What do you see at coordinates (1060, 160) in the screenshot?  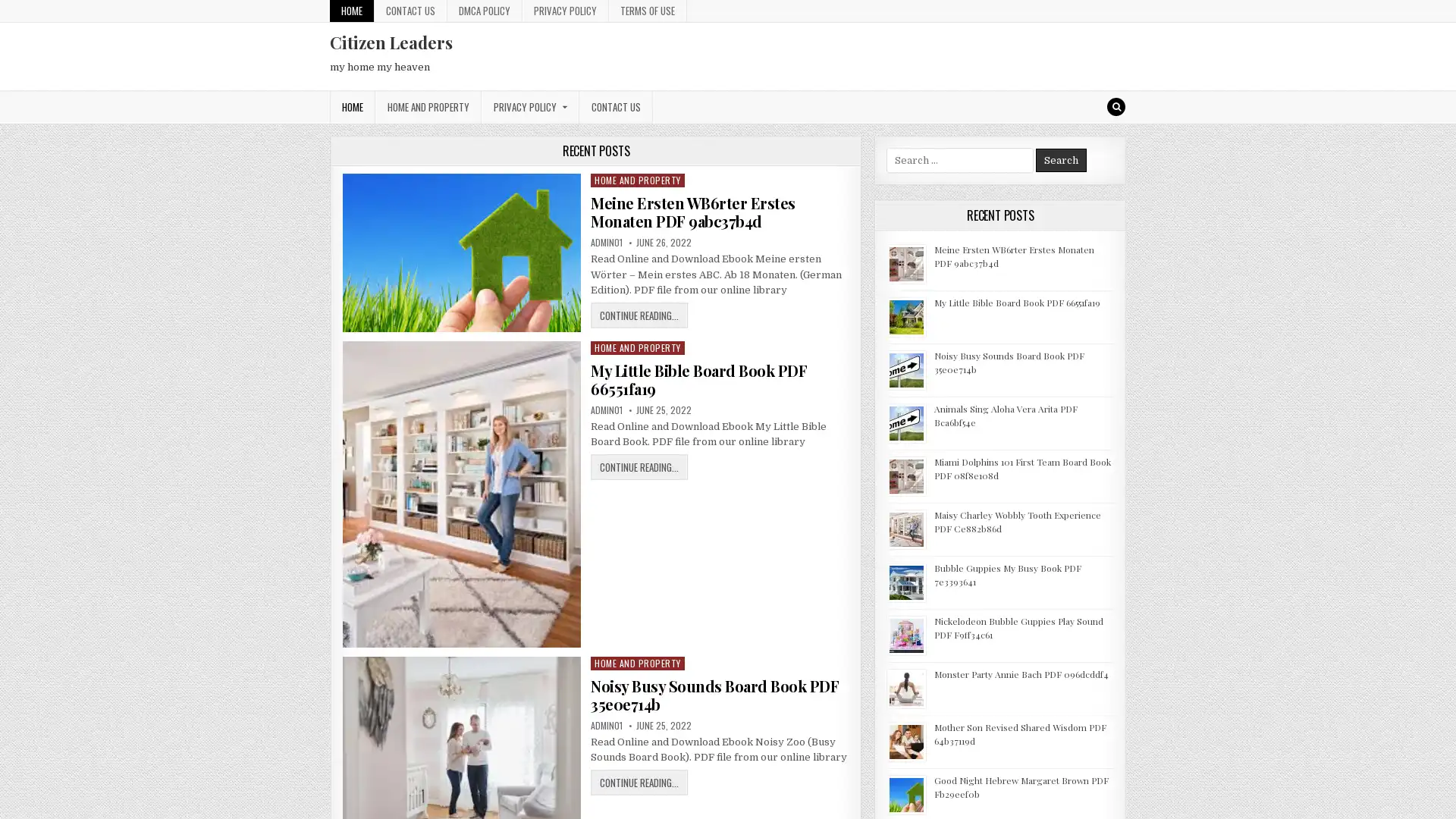 I see `Search` at bounding box center [1060, 160].